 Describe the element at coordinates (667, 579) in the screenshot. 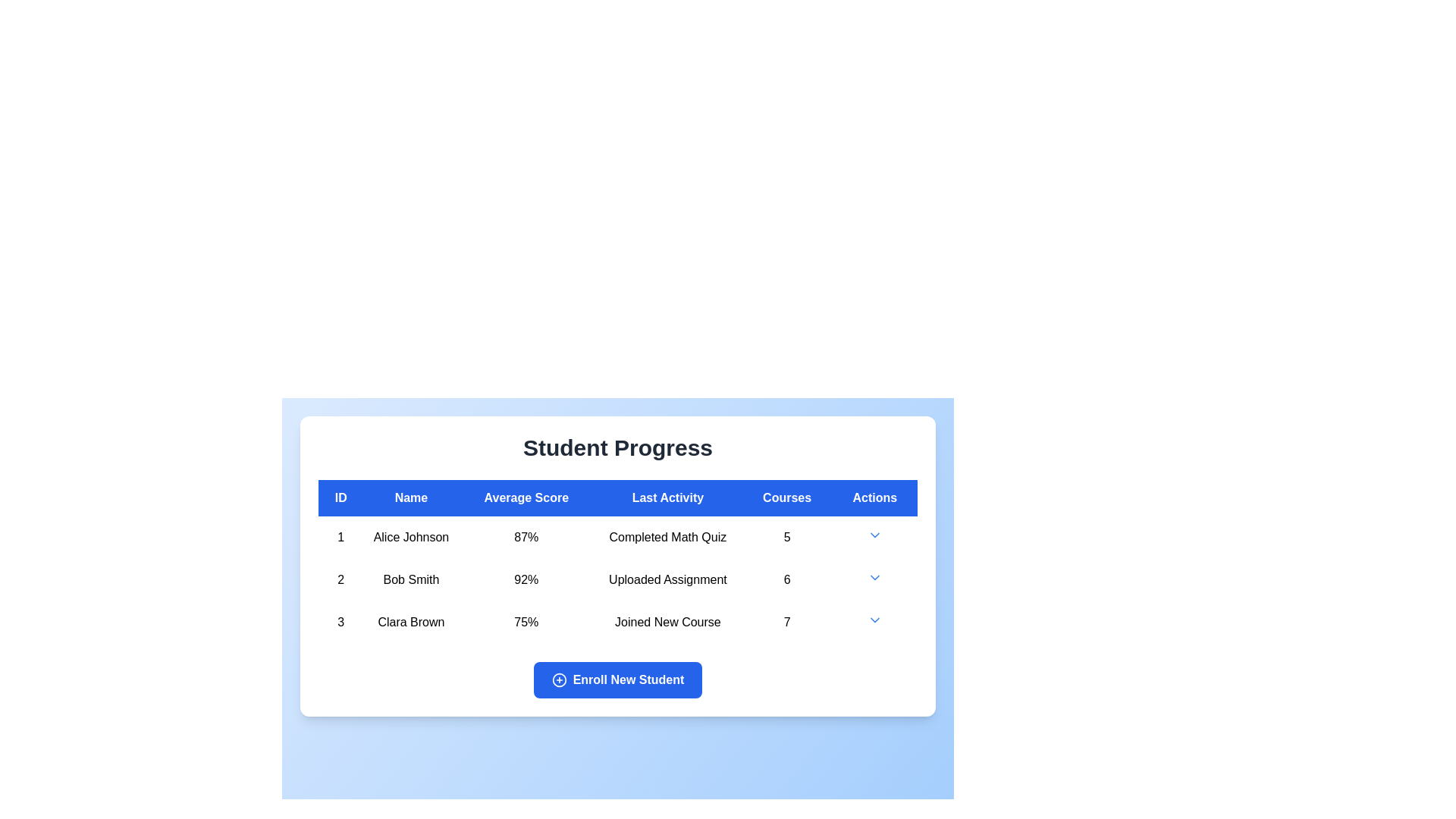

I see `the Text label in the 'Last Activity' column indicating the student's most recent activity, which states that the assignment was uploaded` at that location.